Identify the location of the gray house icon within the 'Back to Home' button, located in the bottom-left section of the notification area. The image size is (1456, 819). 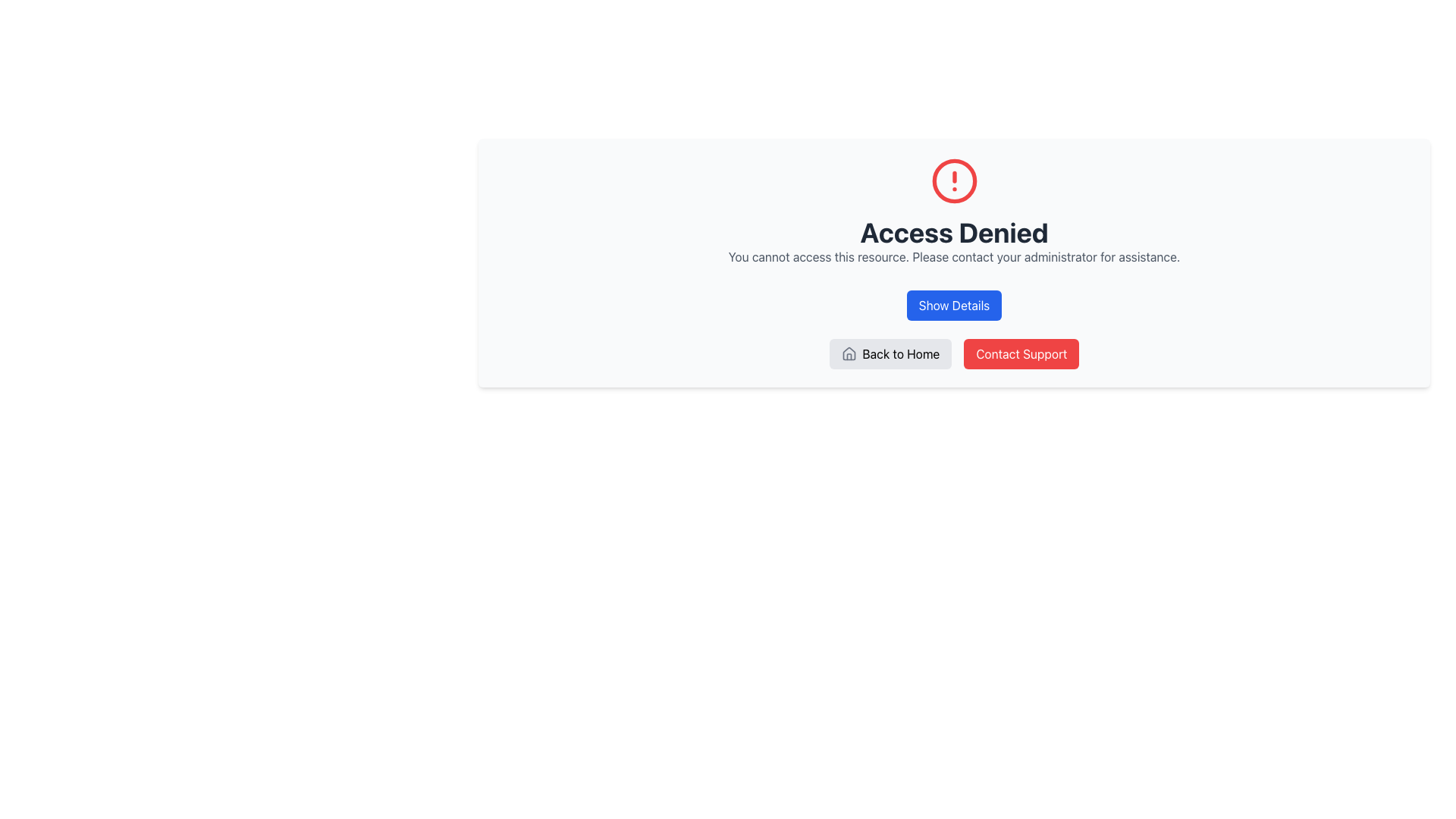
(848, 353).